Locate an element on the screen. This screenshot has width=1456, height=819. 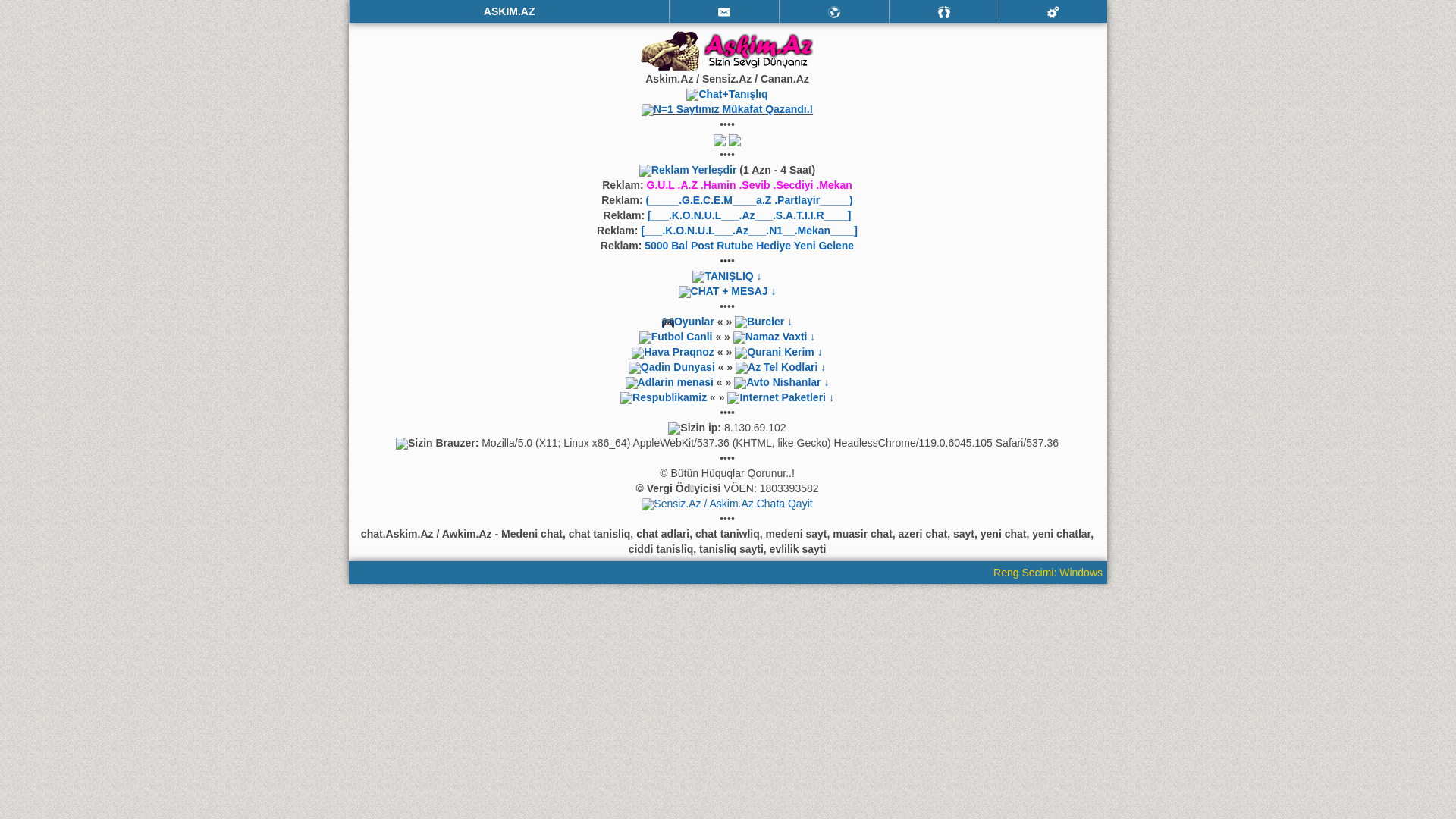
'G.U.L .A.Z .Hamin .Sevib .Secdiyi .Mekan' is located at coordinates (749, 184).